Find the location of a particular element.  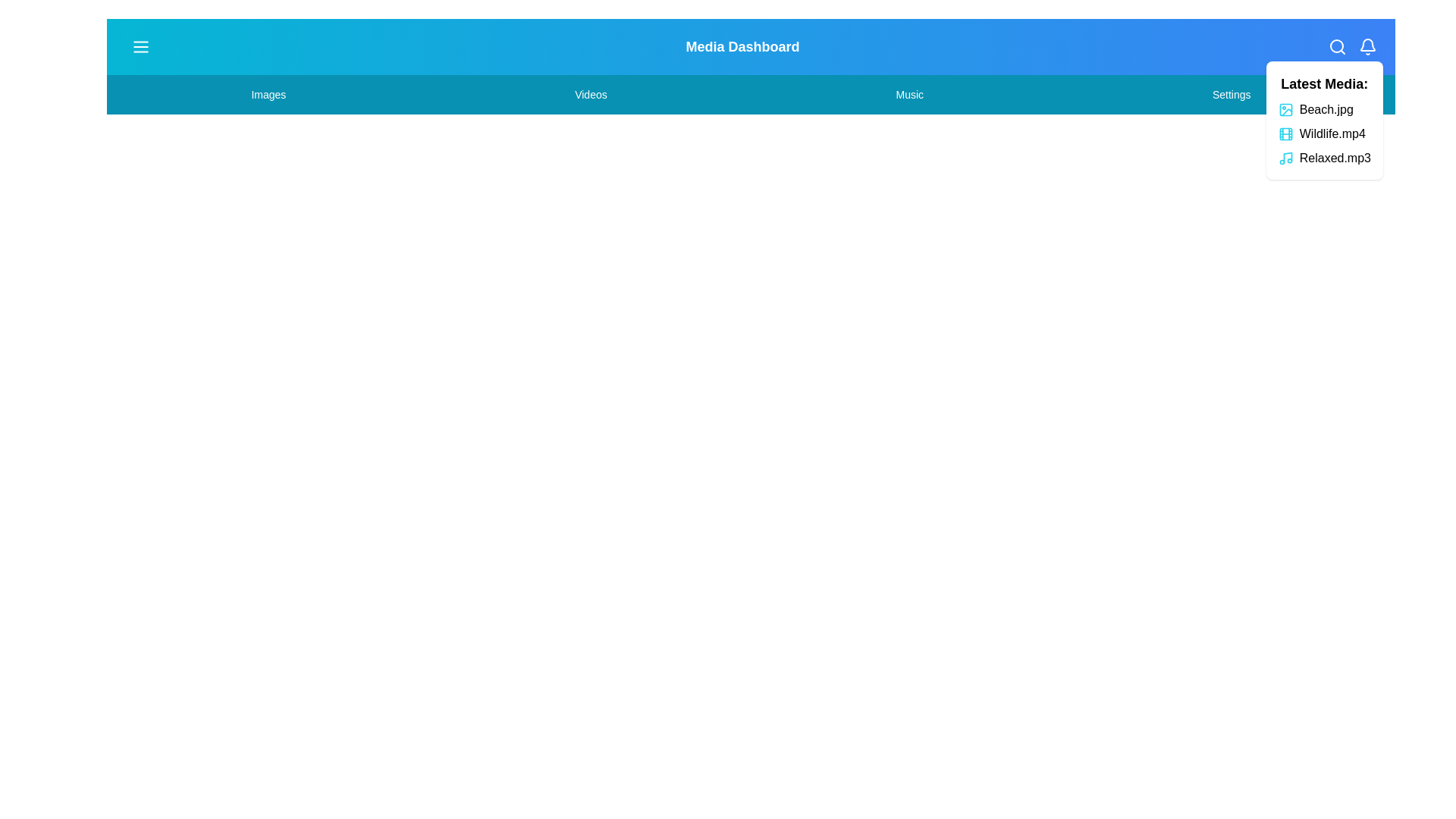

the specified icon: menu is located at coordinates (141, 45).